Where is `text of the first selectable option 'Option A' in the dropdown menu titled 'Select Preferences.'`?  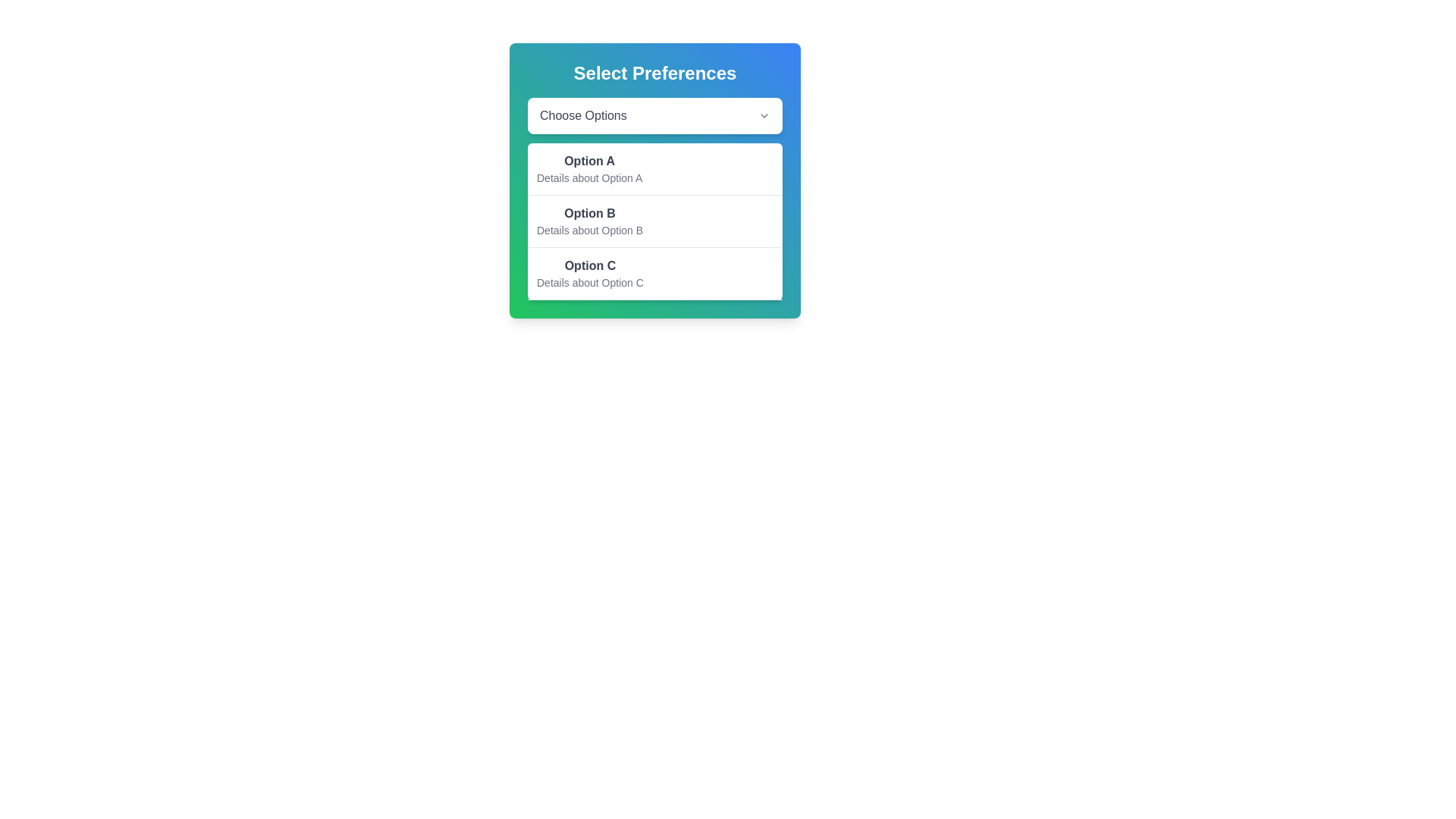 text of the first selectable option 'Option A' in the dropdown menu titled 'Select Preferences.' is located at coordinates (588, 161).